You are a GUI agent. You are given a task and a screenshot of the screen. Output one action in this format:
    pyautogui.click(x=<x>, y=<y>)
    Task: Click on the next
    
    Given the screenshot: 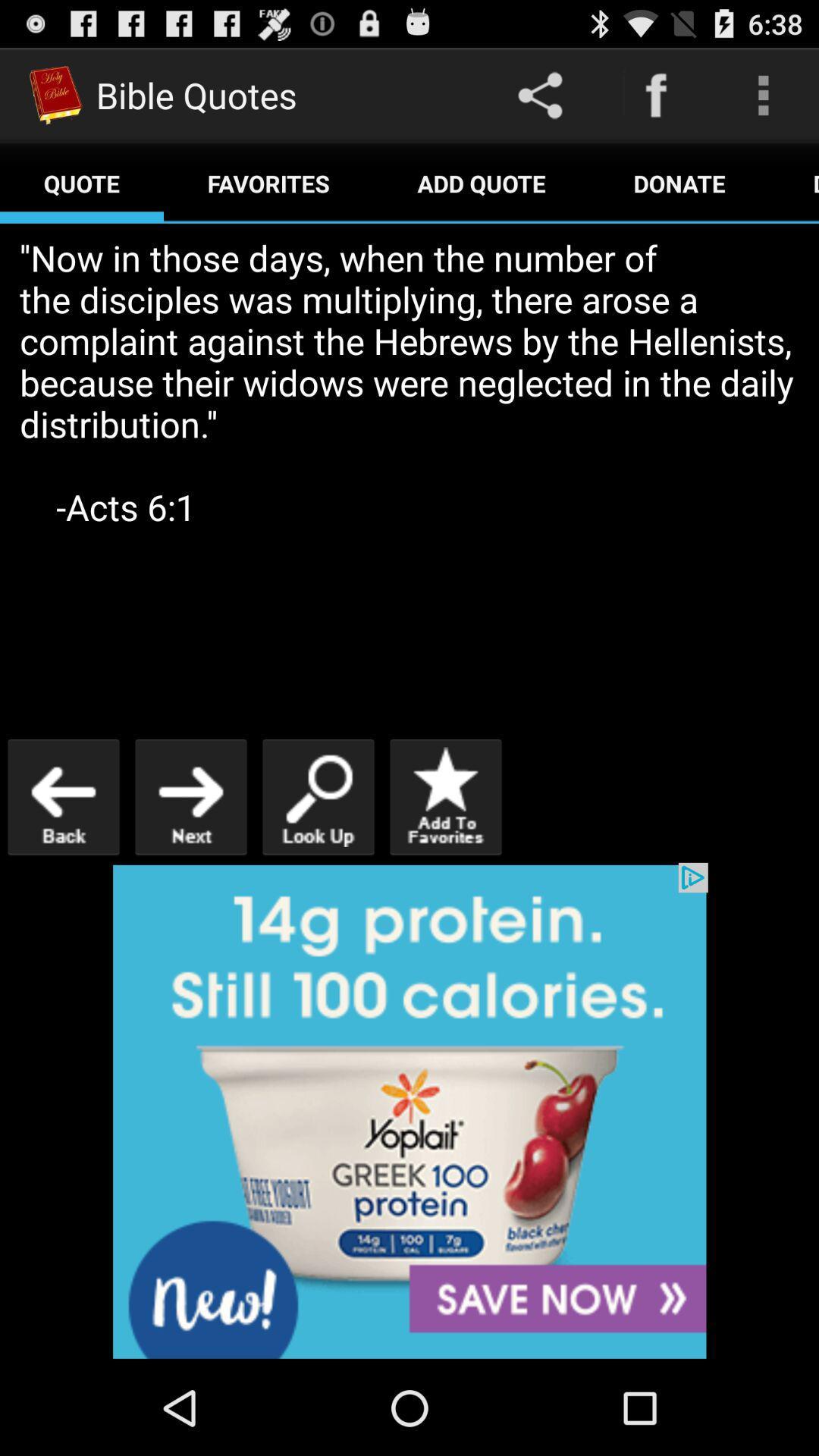 What is the action you would take?
    pyautogui.click(x=190, y=796)
    